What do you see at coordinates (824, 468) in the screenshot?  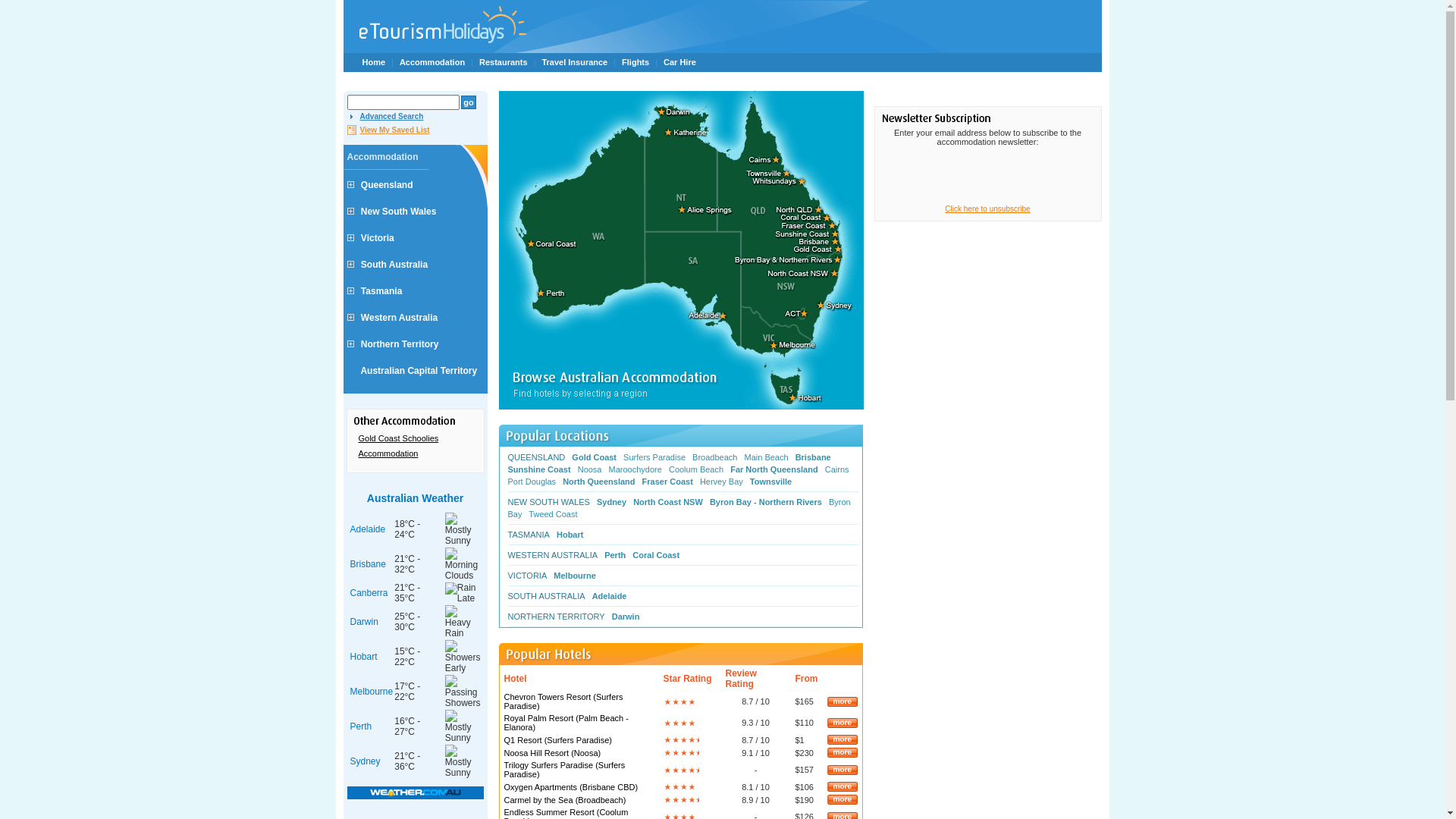 I see `'Cairns'` at bounding box center [824, 468].